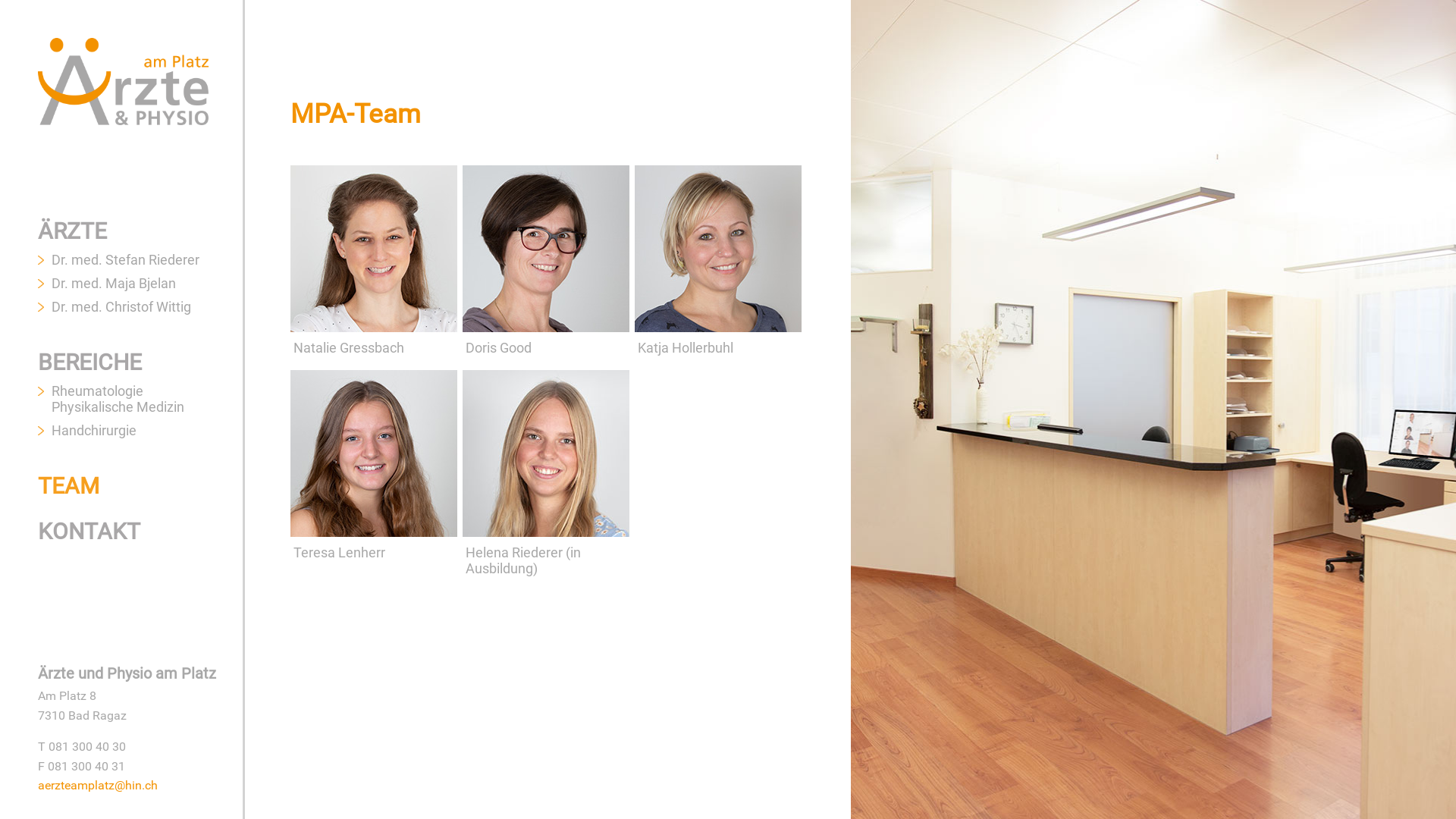 This screenshot has width=1456, height=819. Describe the element at coordinates (125, 259) in the screenshot. I see `'Dr. med. Stefan Riederer'` at that location.